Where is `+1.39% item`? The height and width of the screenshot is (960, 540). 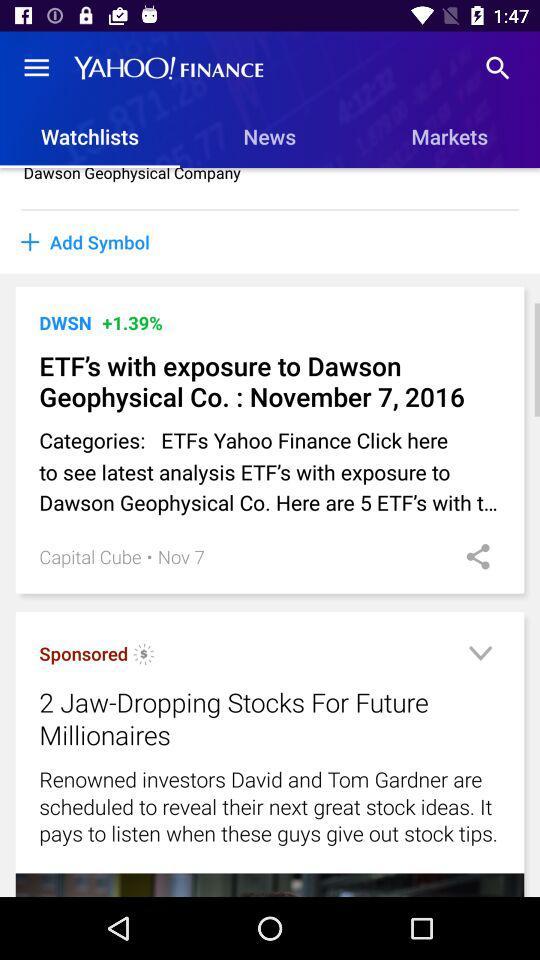 +1.39% item is located at coordinates (132, 322).